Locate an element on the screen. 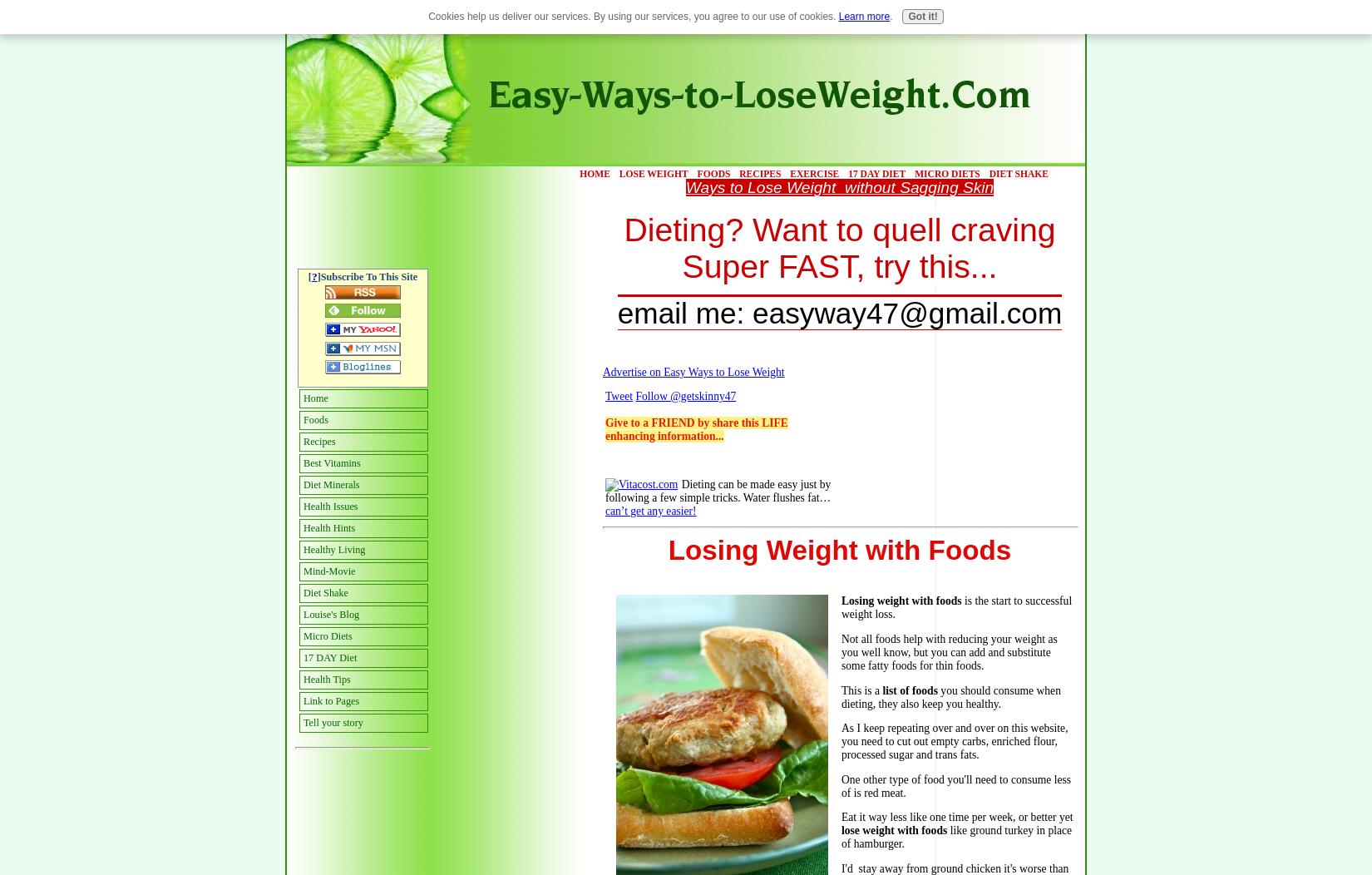 The height and width of the screenshot is (875, 1372). 'Mind-Movie' is located at coordinates (329, 570).